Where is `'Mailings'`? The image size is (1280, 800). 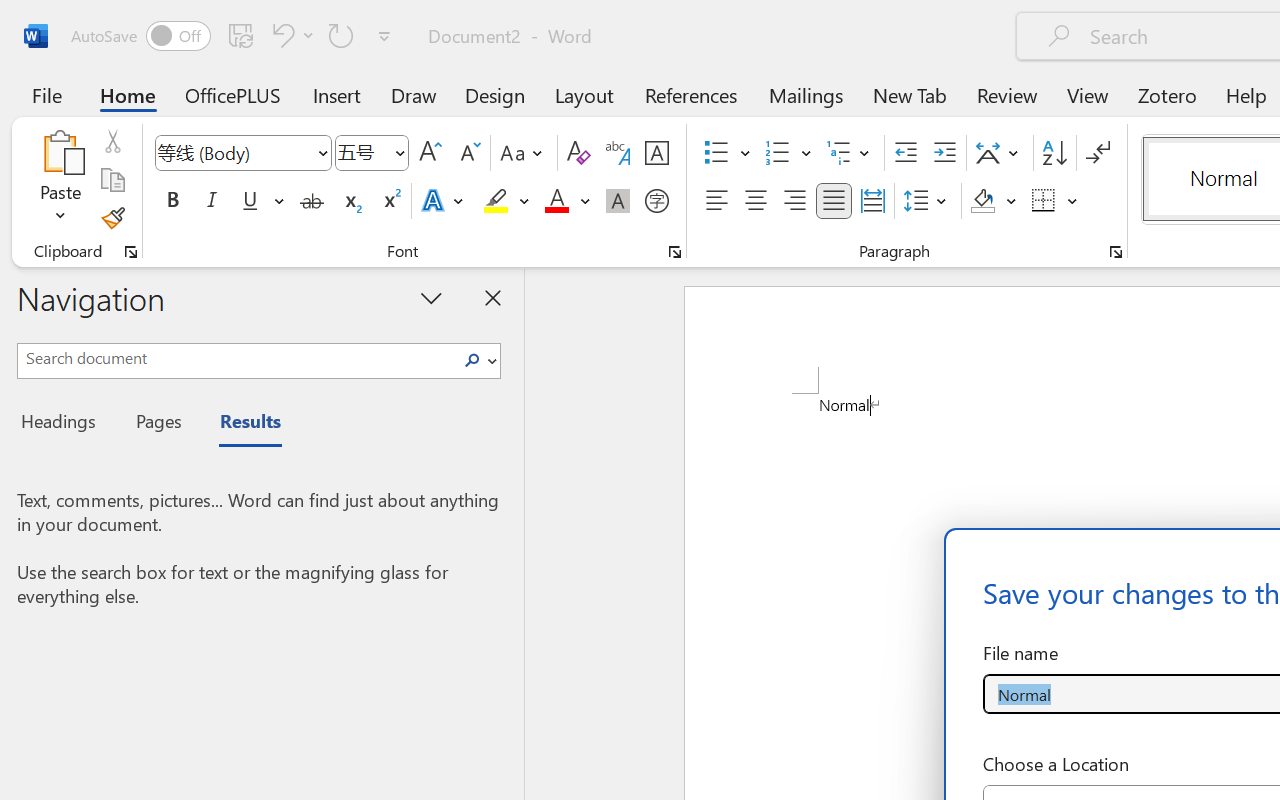
'Mailings' is located at coordinates (806, 94).